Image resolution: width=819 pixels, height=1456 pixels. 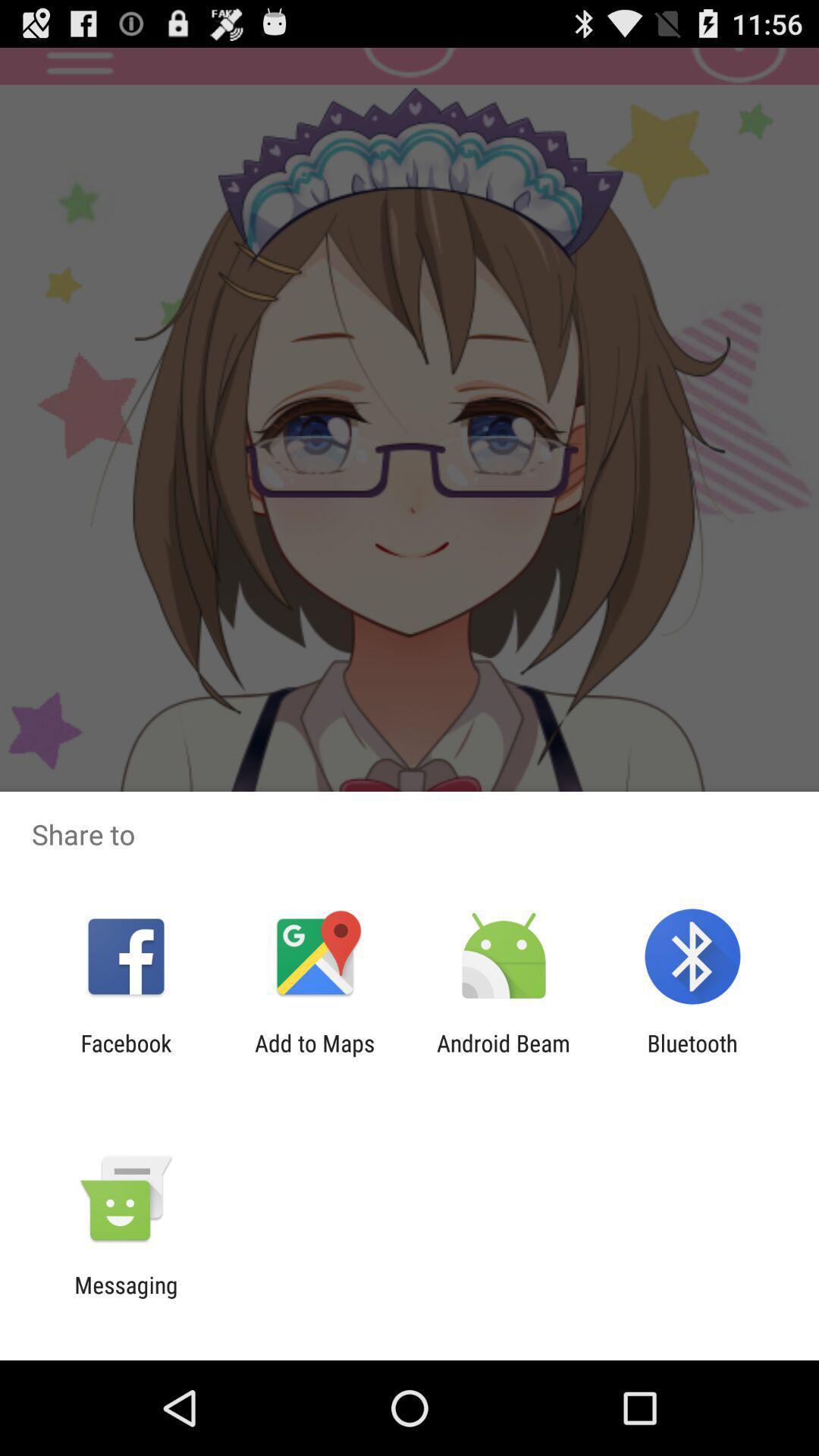 I want to click on the app next to add to maps, so click(x=504, y=1056).